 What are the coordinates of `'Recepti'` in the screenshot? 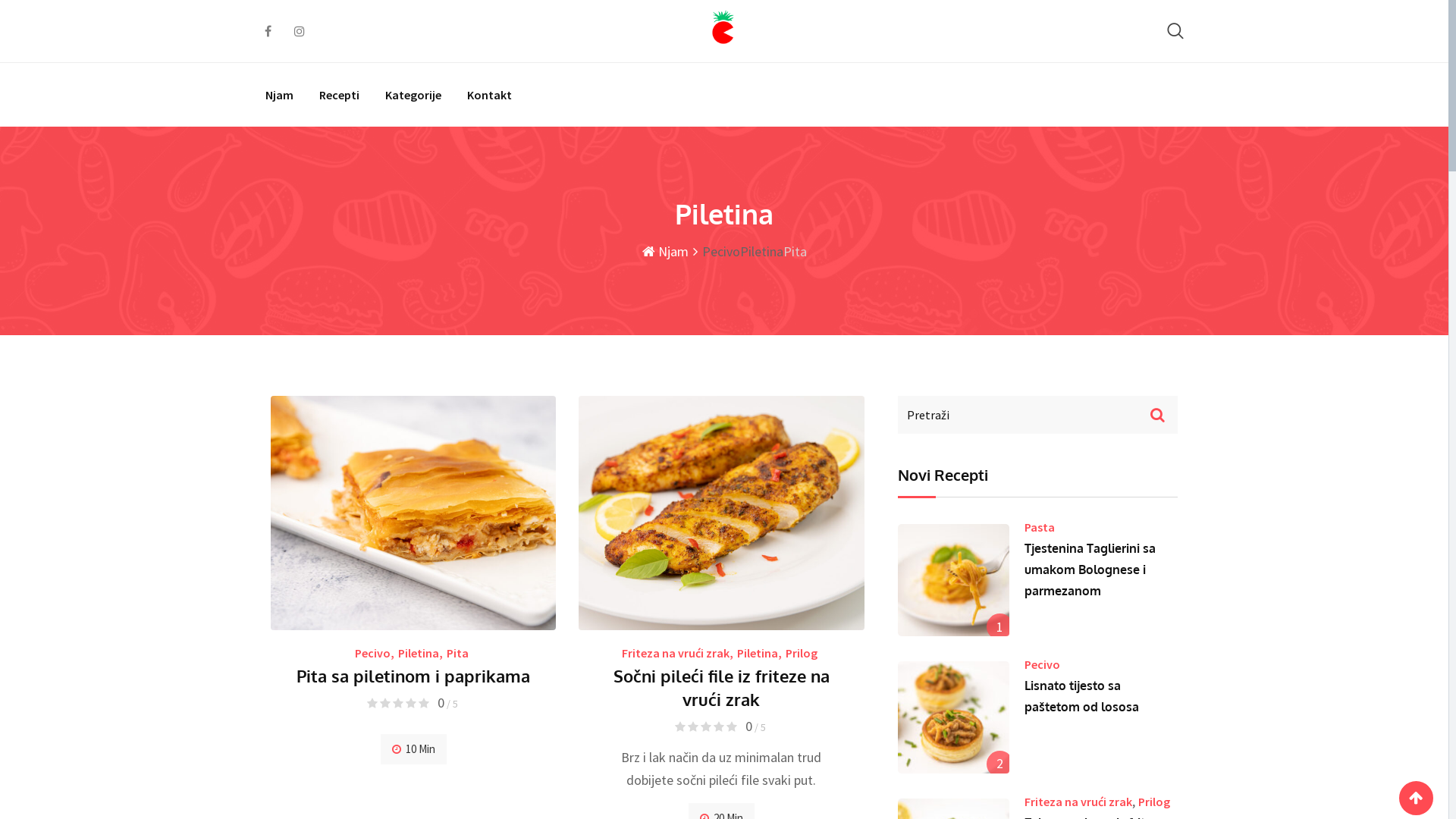 It's located at (338, 94).